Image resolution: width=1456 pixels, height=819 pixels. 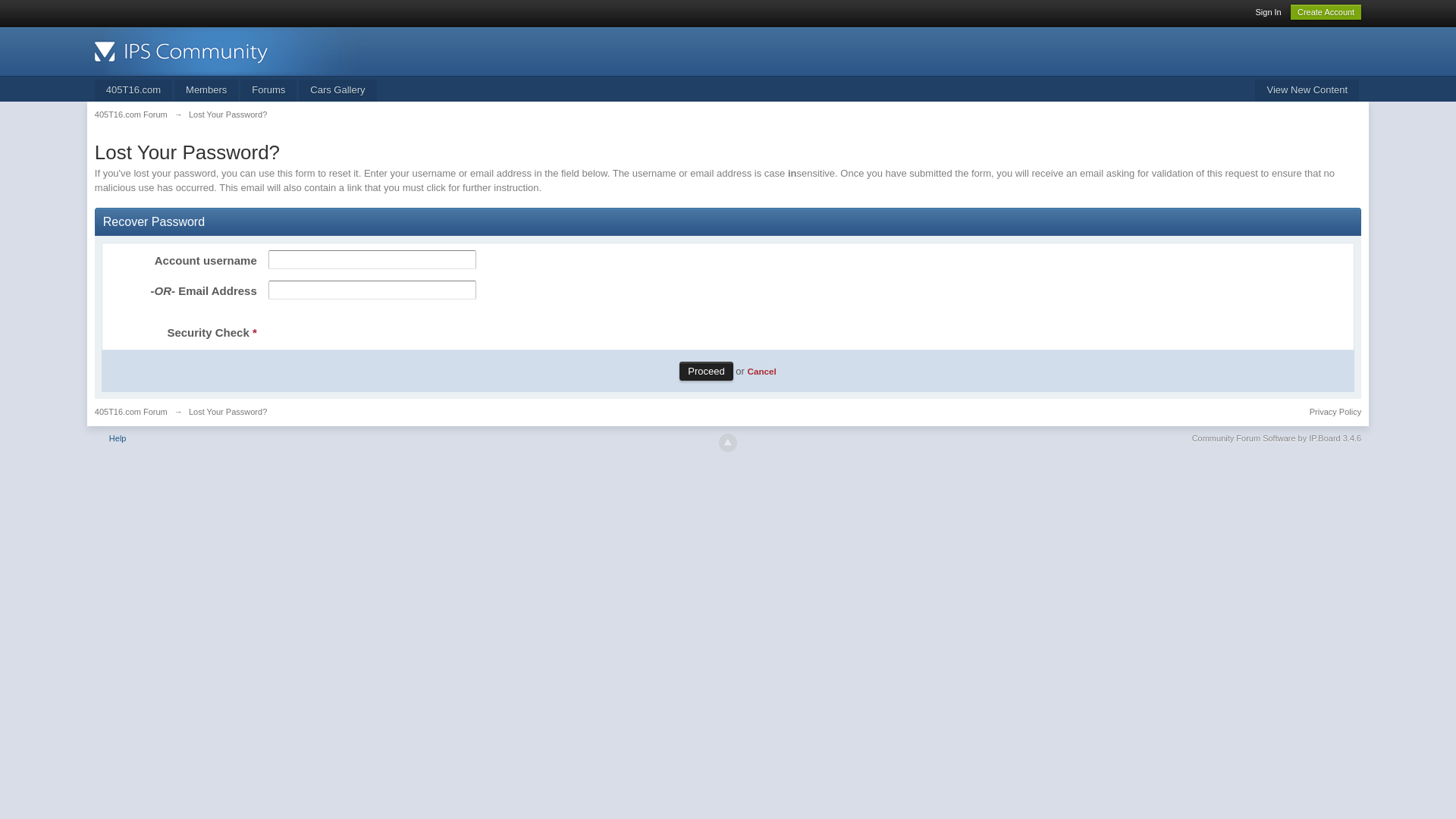 What do you see at coordinates (1306, 90) in the screenshot?
I see `'View New Content'` at bounding box center [1306, 90].